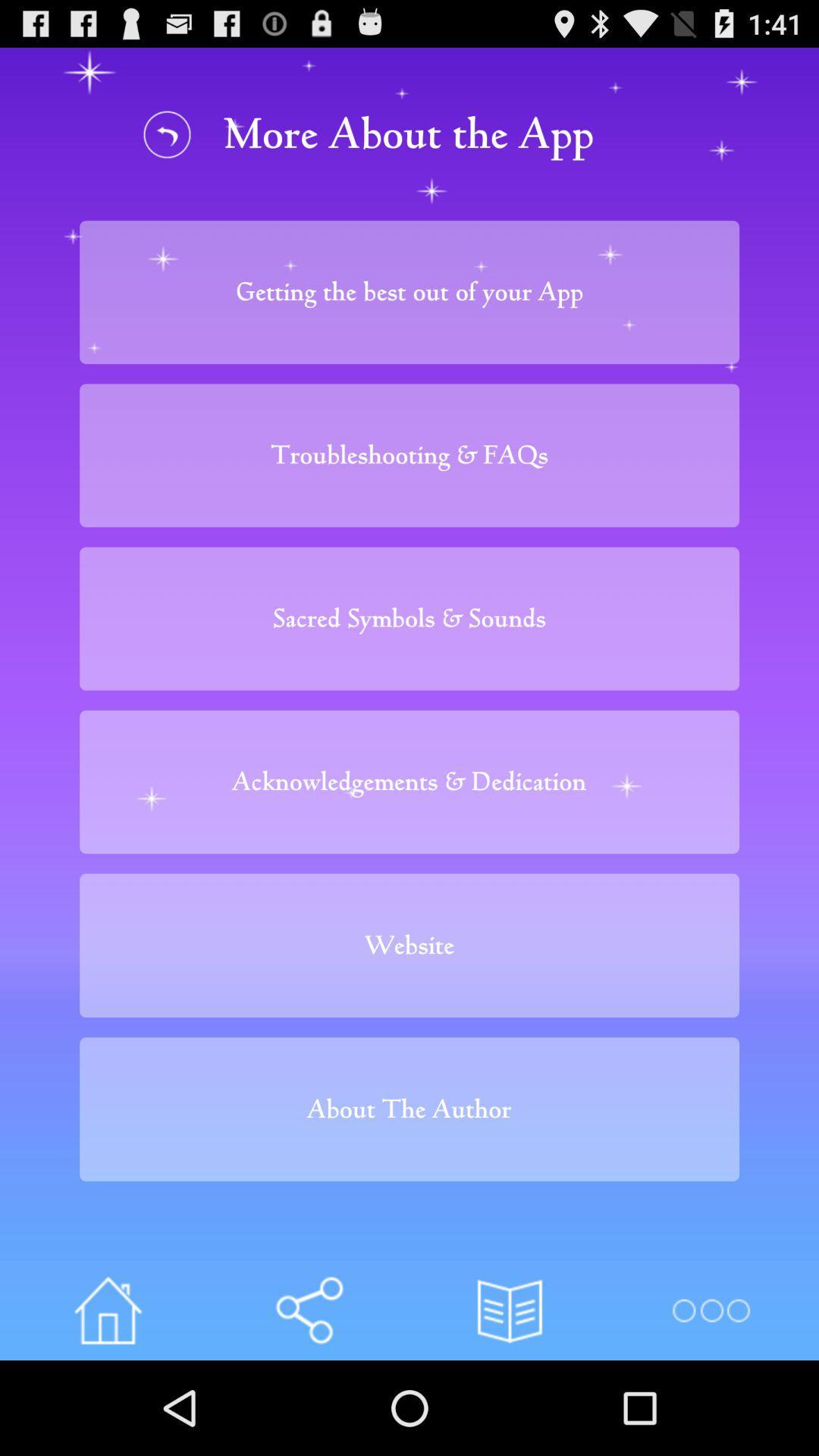 The image size is (819, 1456). What do you see at coordinates (308, 1401) in the screenshot?
I see `the volume icon` at bounding box center [308, 1401].